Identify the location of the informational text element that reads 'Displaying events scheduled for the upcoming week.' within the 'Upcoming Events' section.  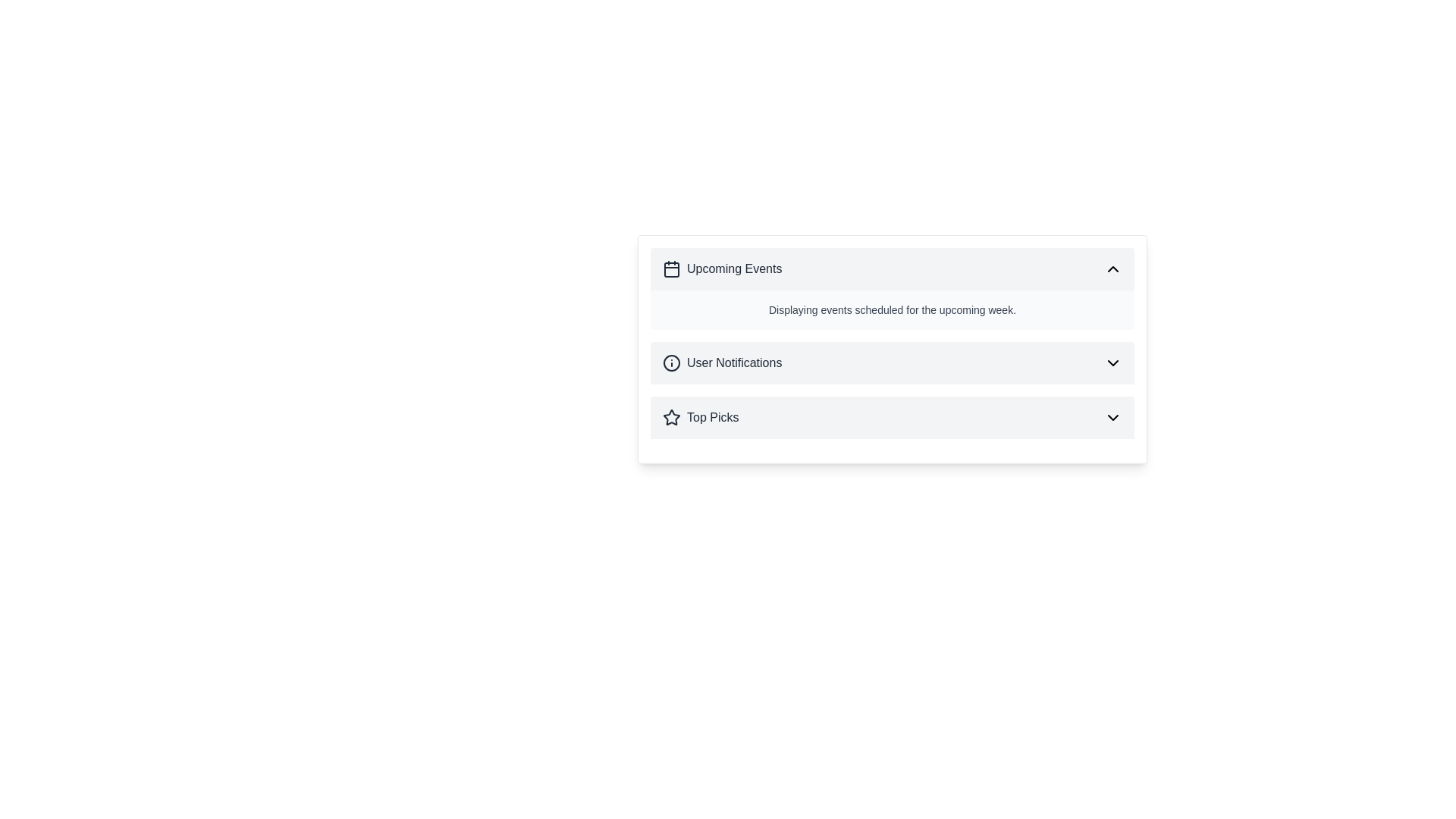
(892, 309).